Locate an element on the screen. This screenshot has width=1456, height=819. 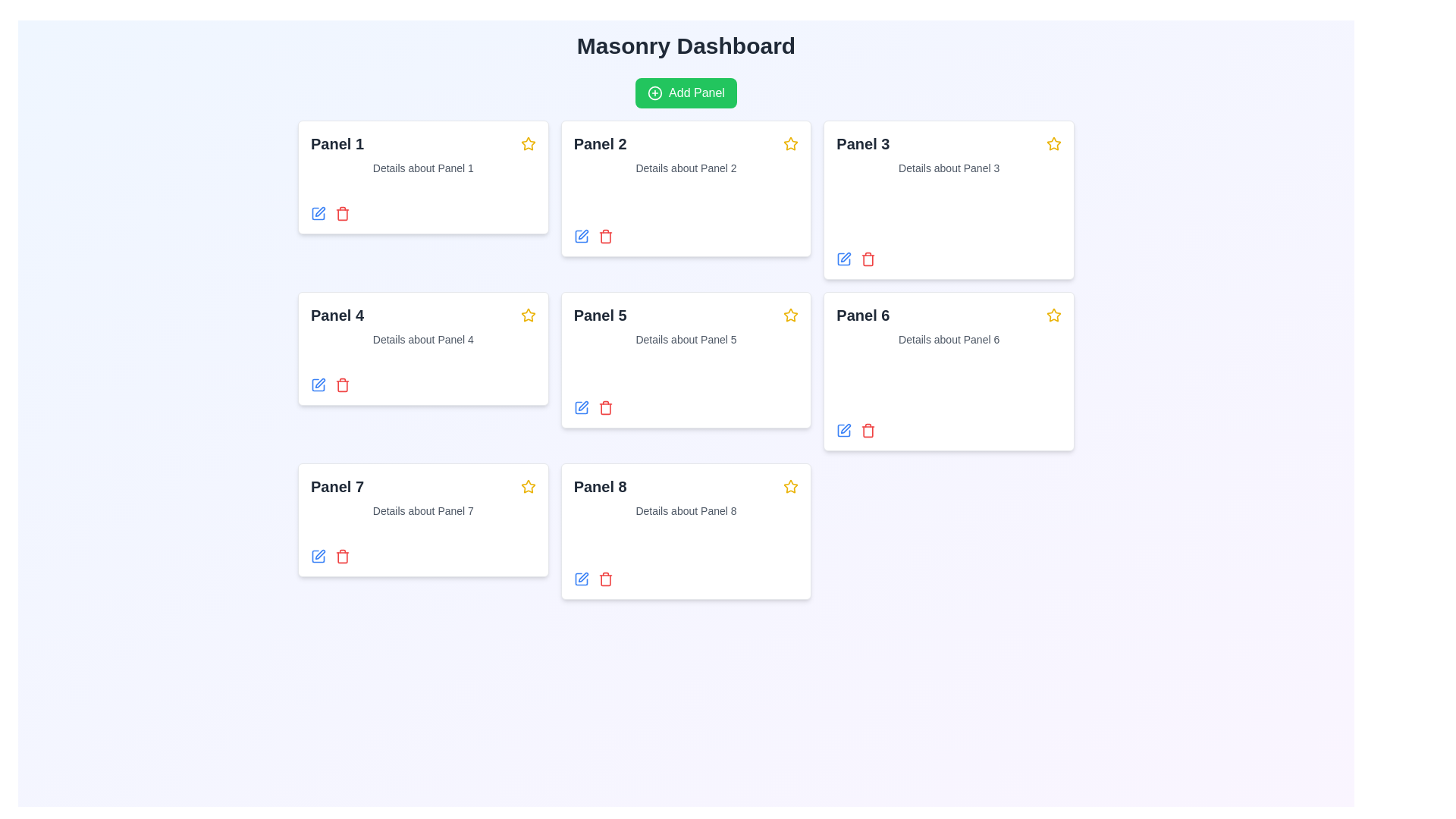
the middle part of the red trash can icon in 'Panel 5' is located at coordinates (604, 408).